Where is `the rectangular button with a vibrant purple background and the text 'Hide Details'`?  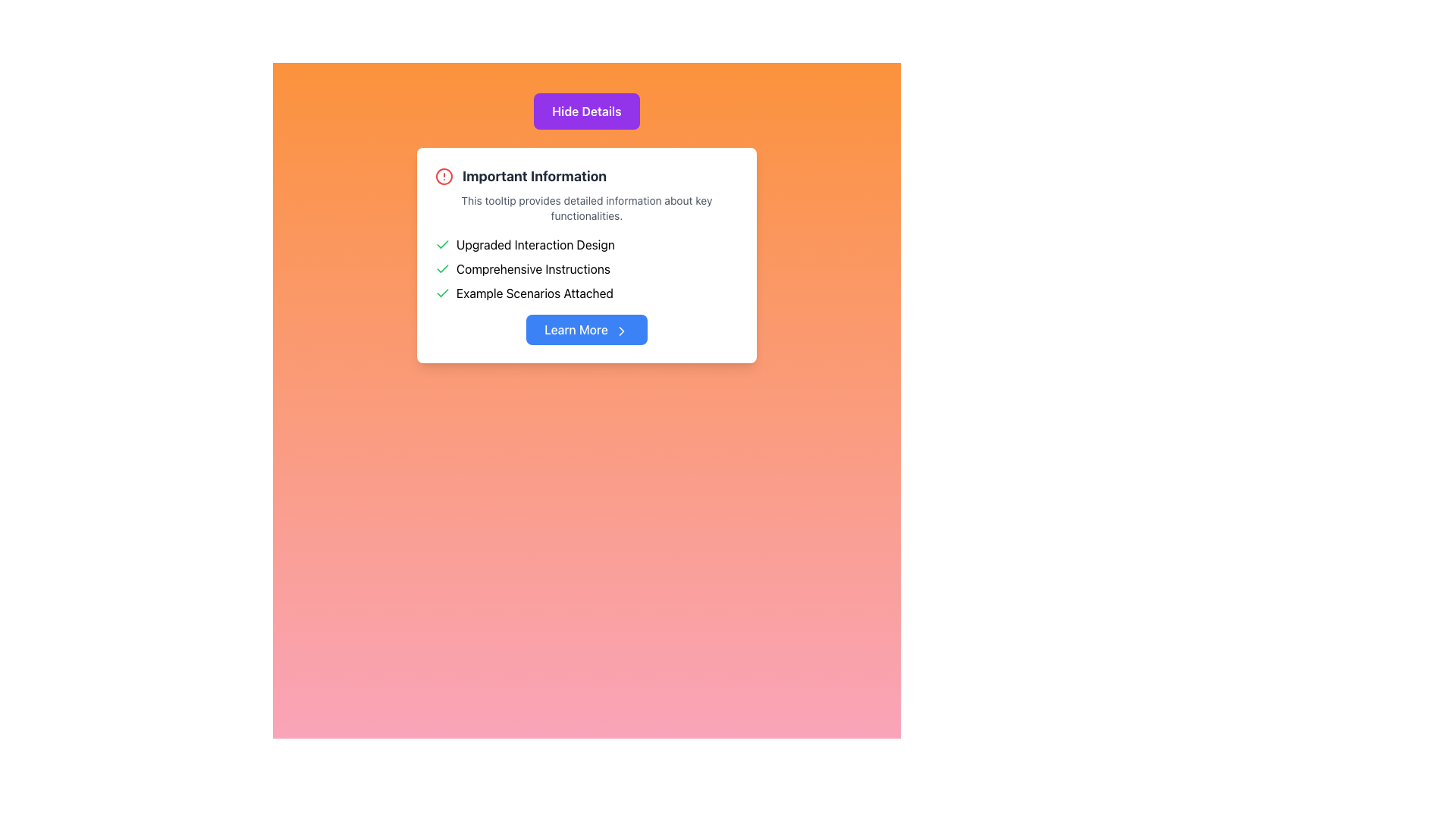 the rectangular button with a vibrant purple background and the text 'Hide Details' is located at coordinates (585, 110).